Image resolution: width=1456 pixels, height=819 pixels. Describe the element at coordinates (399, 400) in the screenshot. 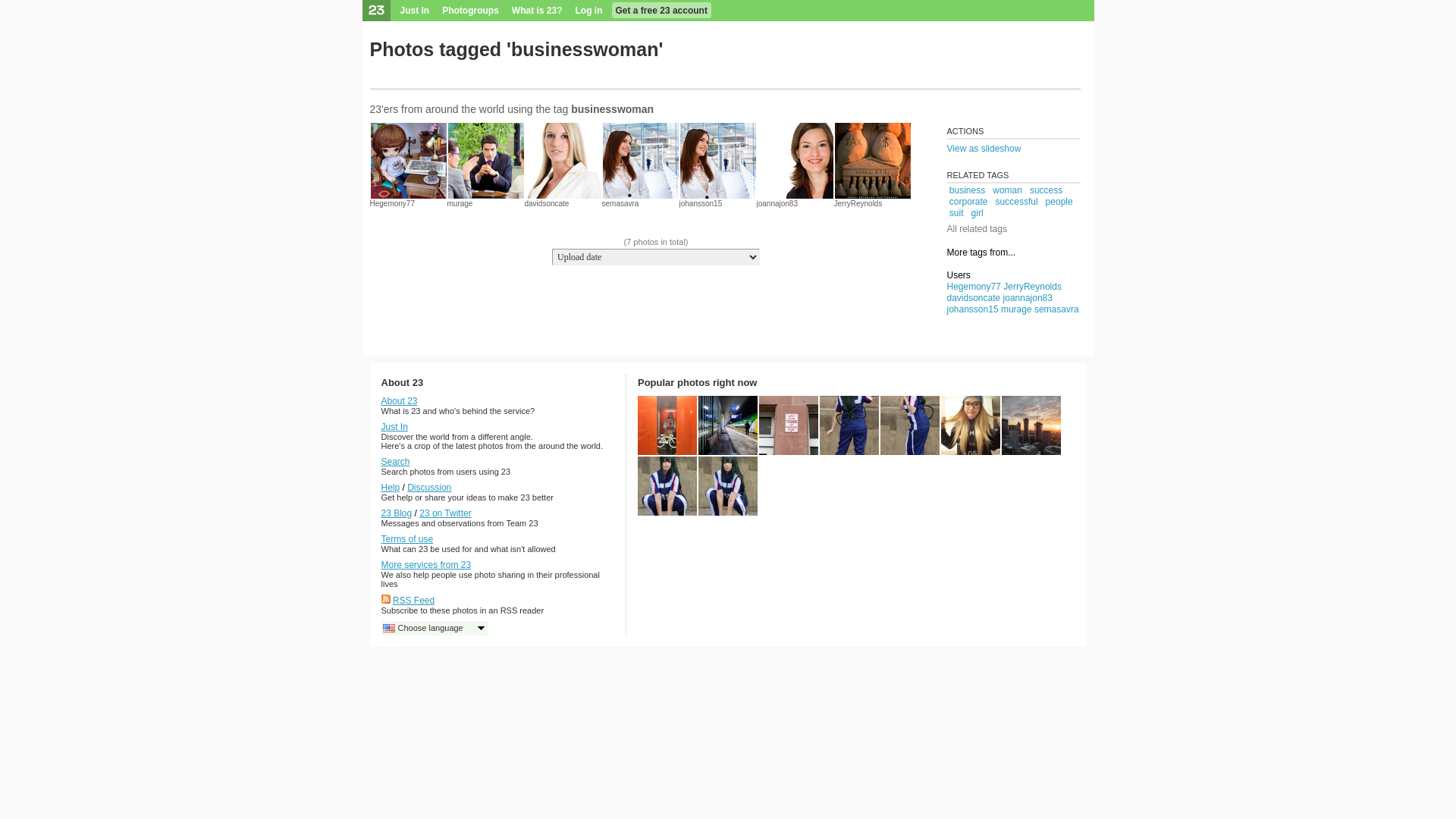

I see `'About 23'` at that location.